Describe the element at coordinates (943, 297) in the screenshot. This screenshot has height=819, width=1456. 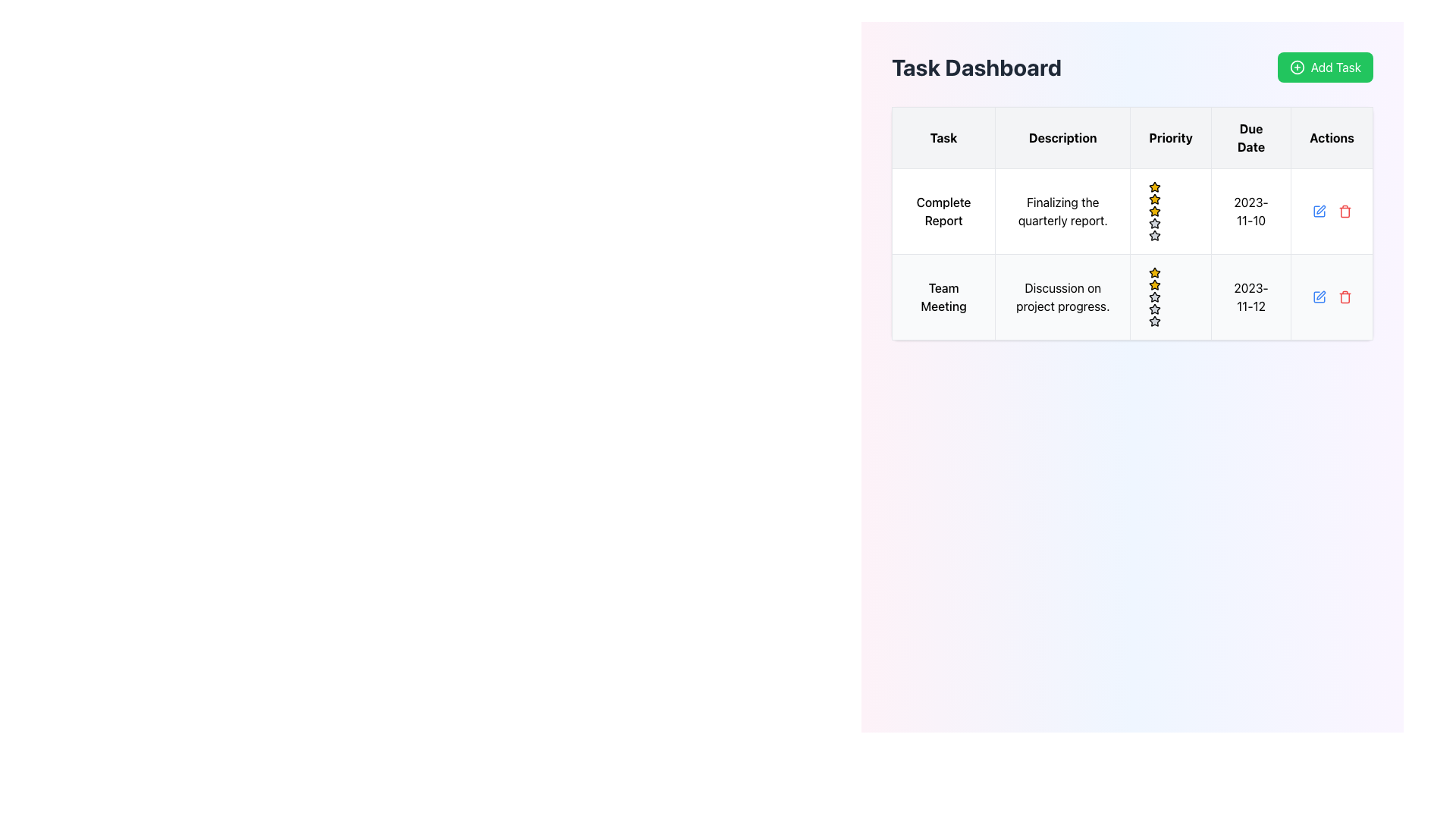
I see `text displayed in the 'Team Meeting' Text Display Element, which is centered in a rectangular area within the second row of the 'Task' column of a table layout` at that location.